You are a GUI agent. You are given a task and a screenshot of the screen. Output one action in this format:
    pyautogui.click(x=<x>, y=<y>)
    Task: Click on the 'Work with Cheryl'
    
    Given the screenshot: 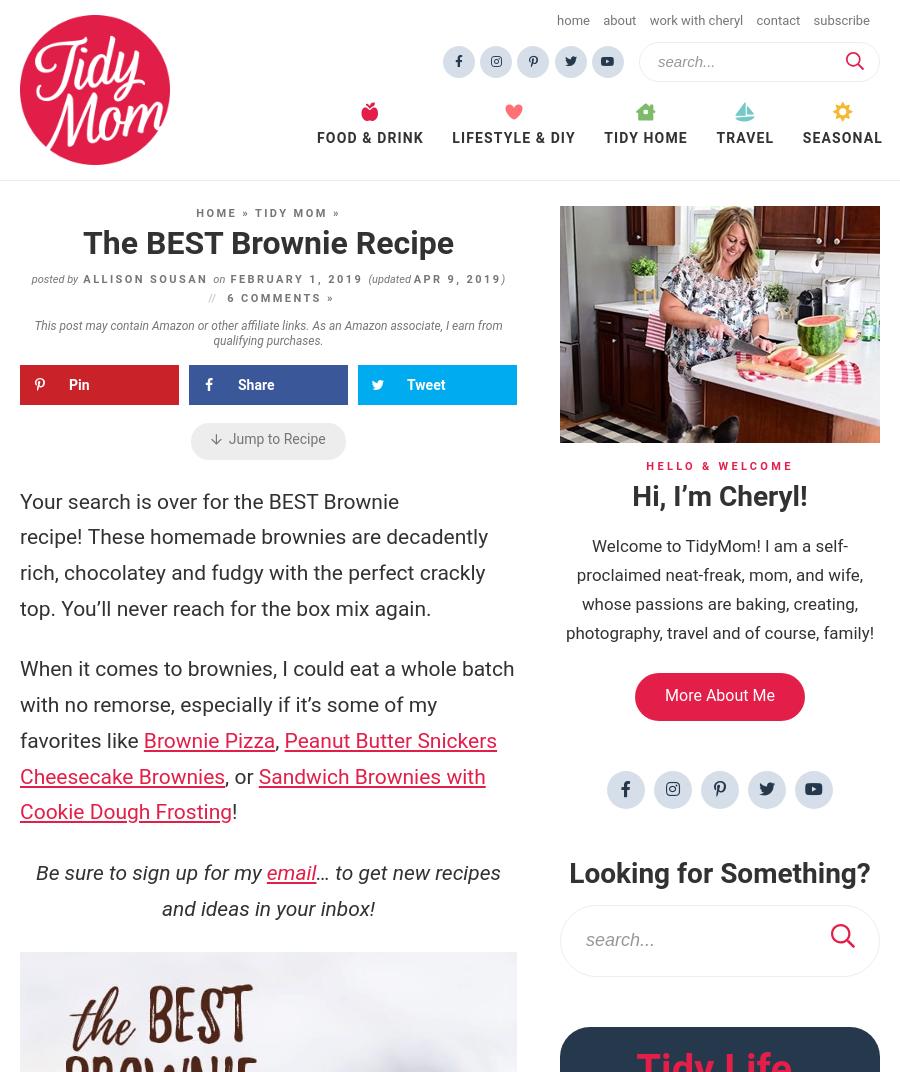 What is the action you would take?
    pyautogui.click(x=694, y=19)
    